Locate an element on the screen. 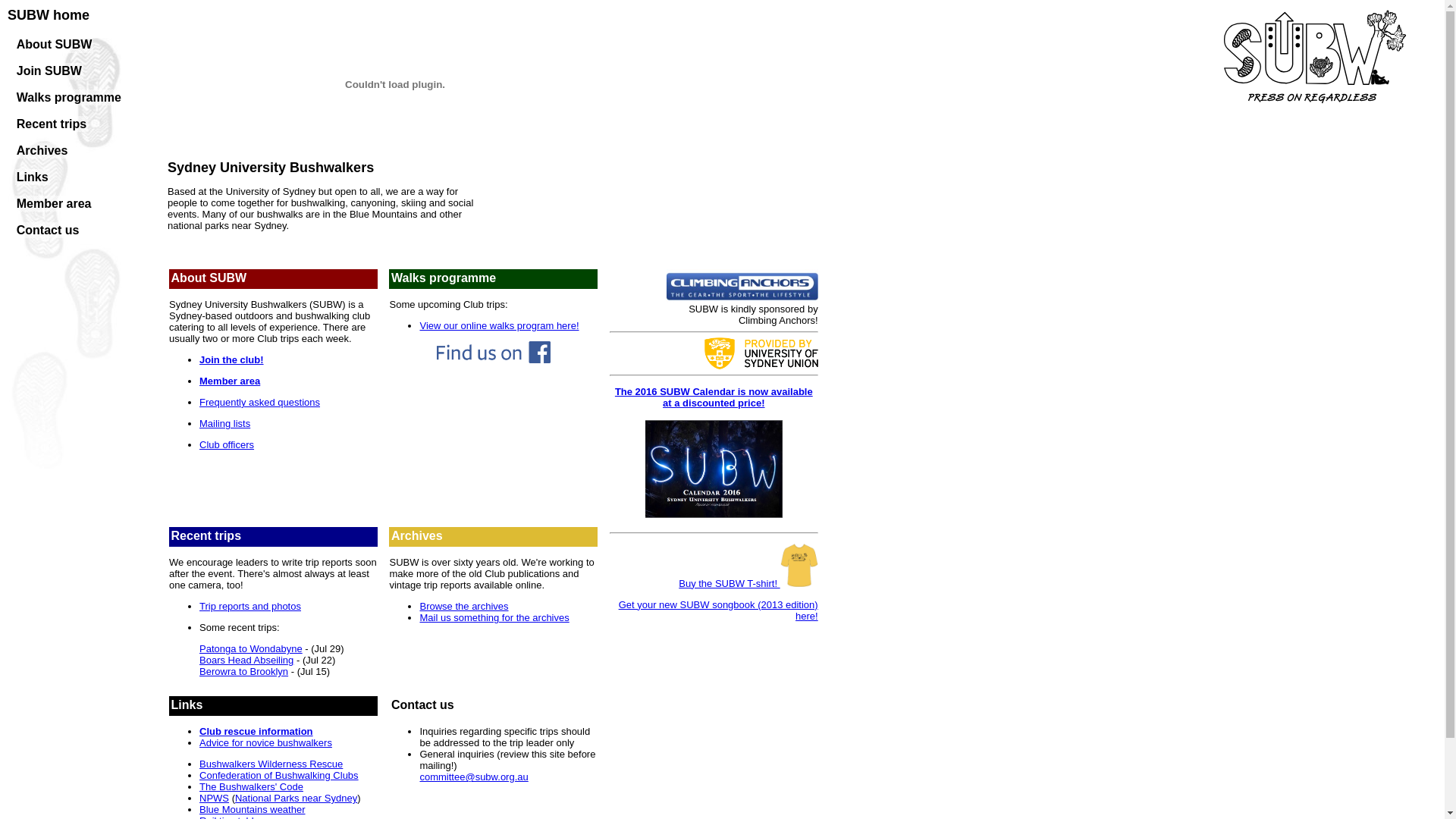 This screenshot has height=819, width=1456. 'Club officers' is located at coordinates (199, 444).